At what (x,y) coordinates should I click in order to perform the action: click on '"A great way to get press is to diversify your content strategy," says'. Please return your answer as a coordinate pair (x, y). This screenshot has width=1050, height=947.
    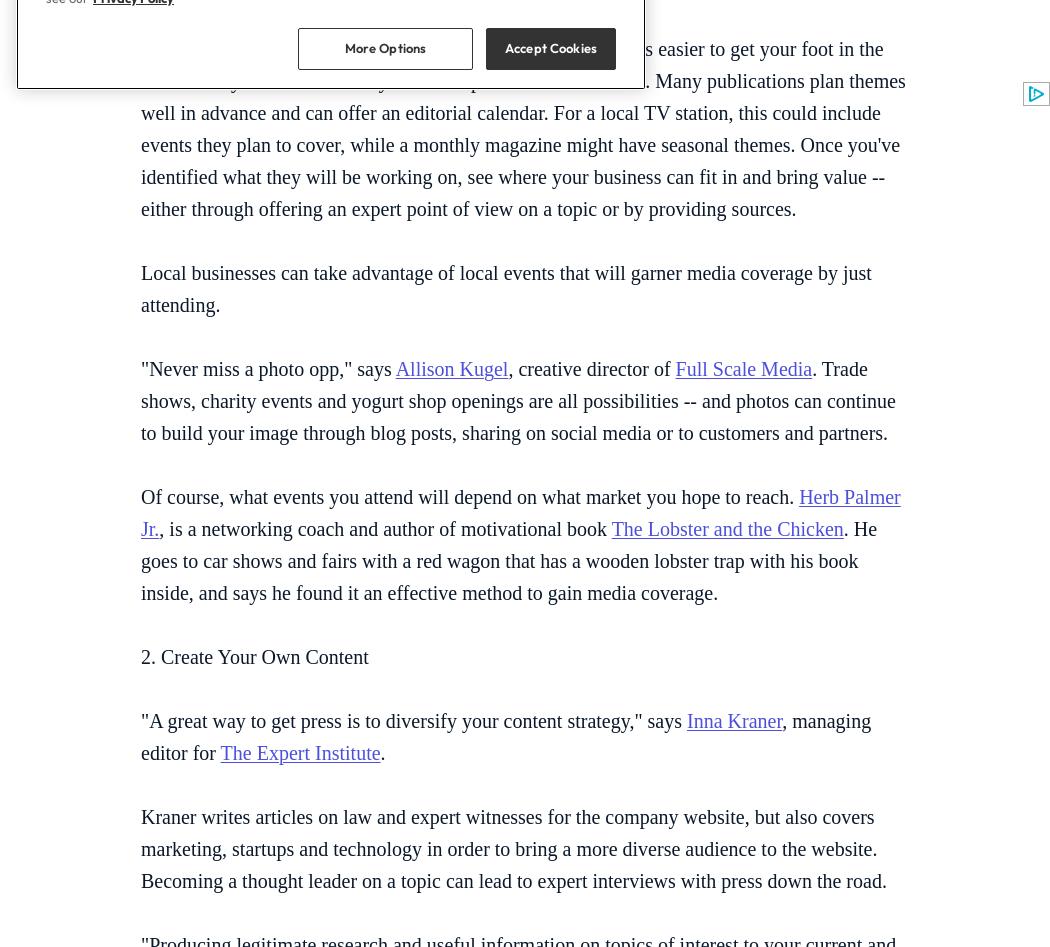
    Looking at the image, I should click on (413, 719).